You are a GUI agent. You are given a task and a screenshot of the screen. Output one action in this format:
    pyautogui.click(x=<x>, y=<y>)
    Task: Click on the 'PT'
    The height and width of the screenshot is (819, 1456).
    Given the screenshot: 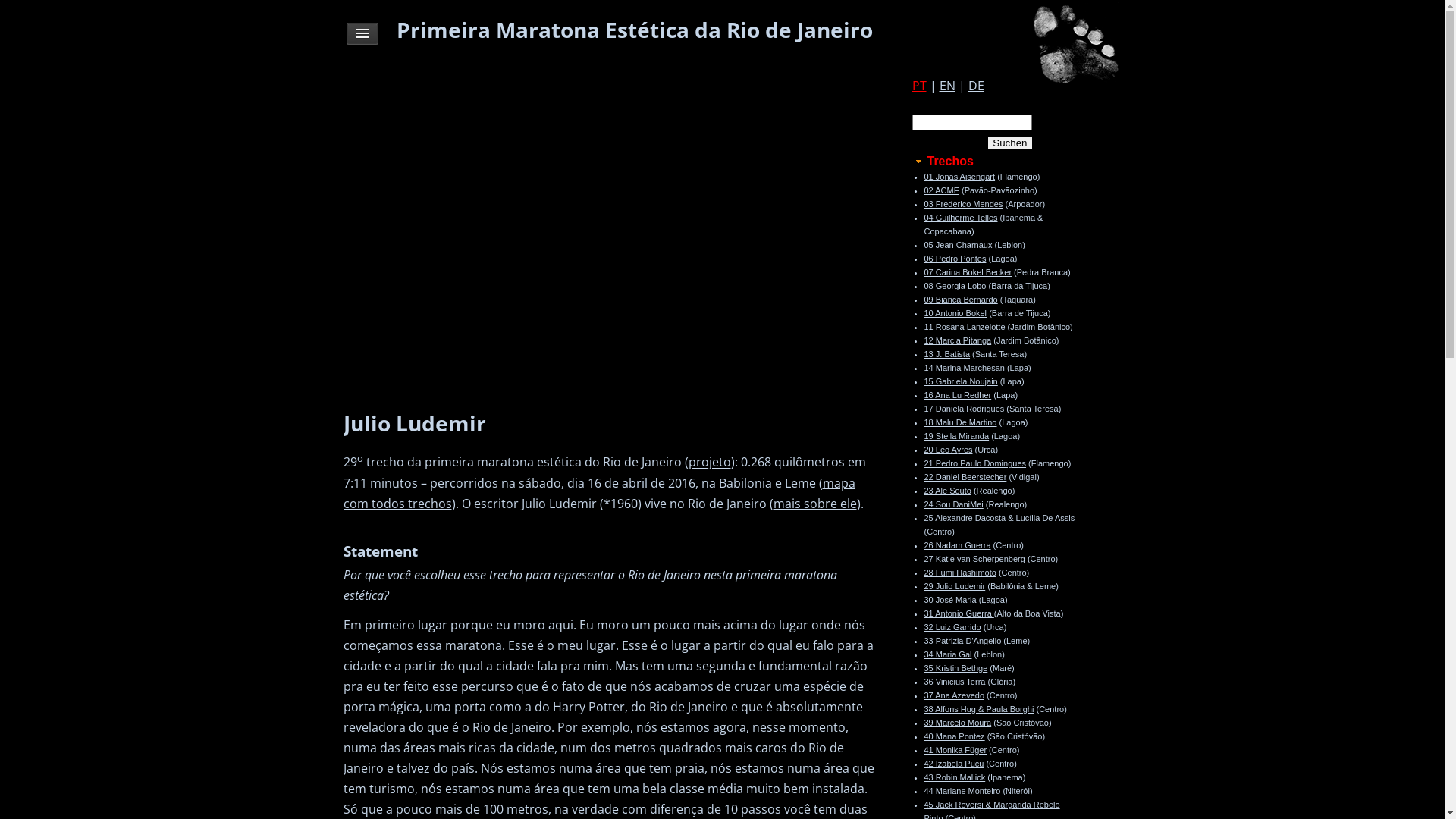 What is the action you would take?
    pyautogui.click(x=918, y=85)
    